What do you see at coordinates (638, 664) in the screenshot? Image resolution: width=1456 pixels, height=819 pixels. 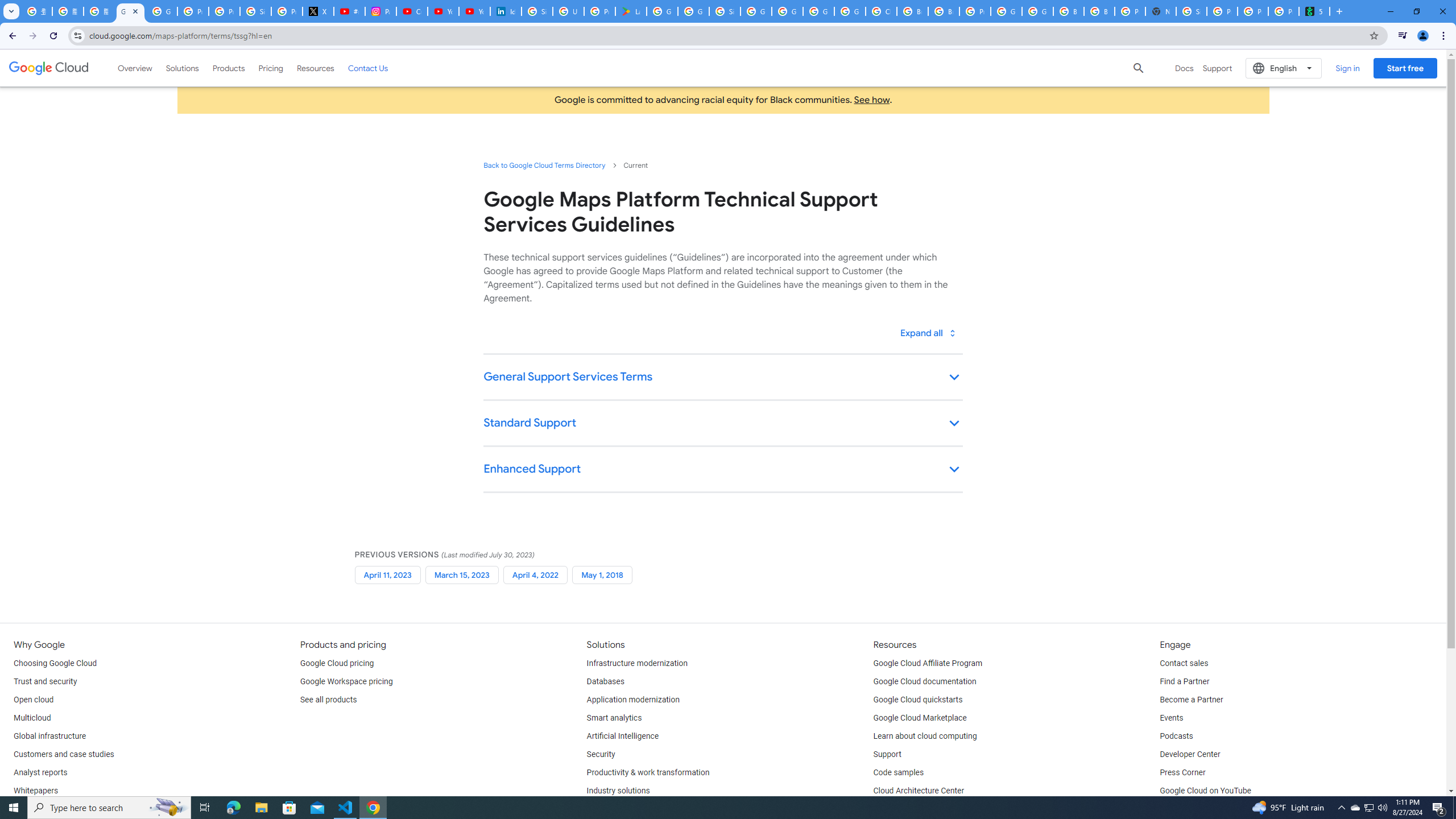 I see `'Infrastructure modernization'` at bounding box center [638, 664].